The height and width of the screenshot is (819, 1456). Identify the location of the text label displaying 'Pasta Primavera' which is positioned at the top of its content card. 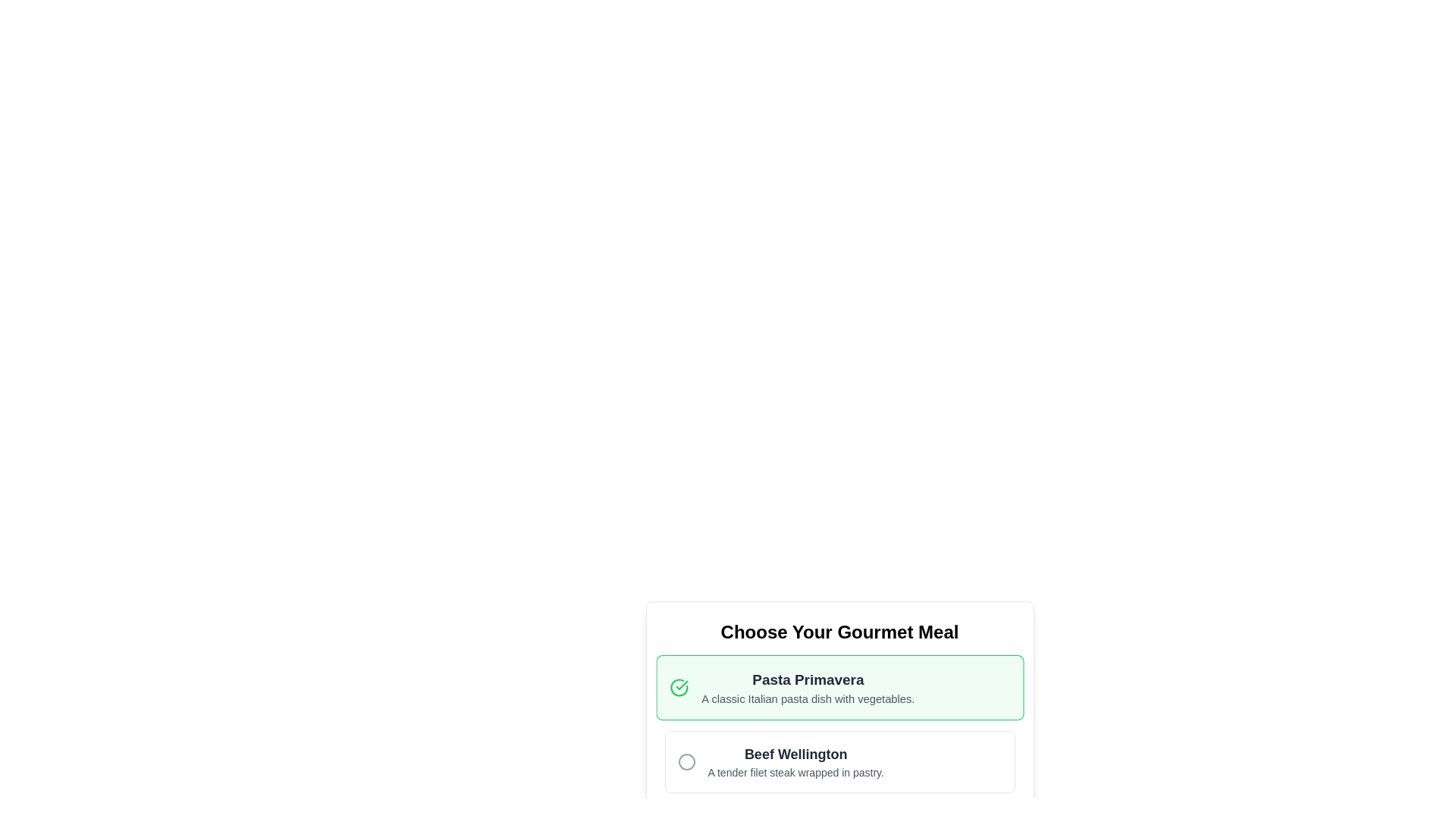
(807, 679).